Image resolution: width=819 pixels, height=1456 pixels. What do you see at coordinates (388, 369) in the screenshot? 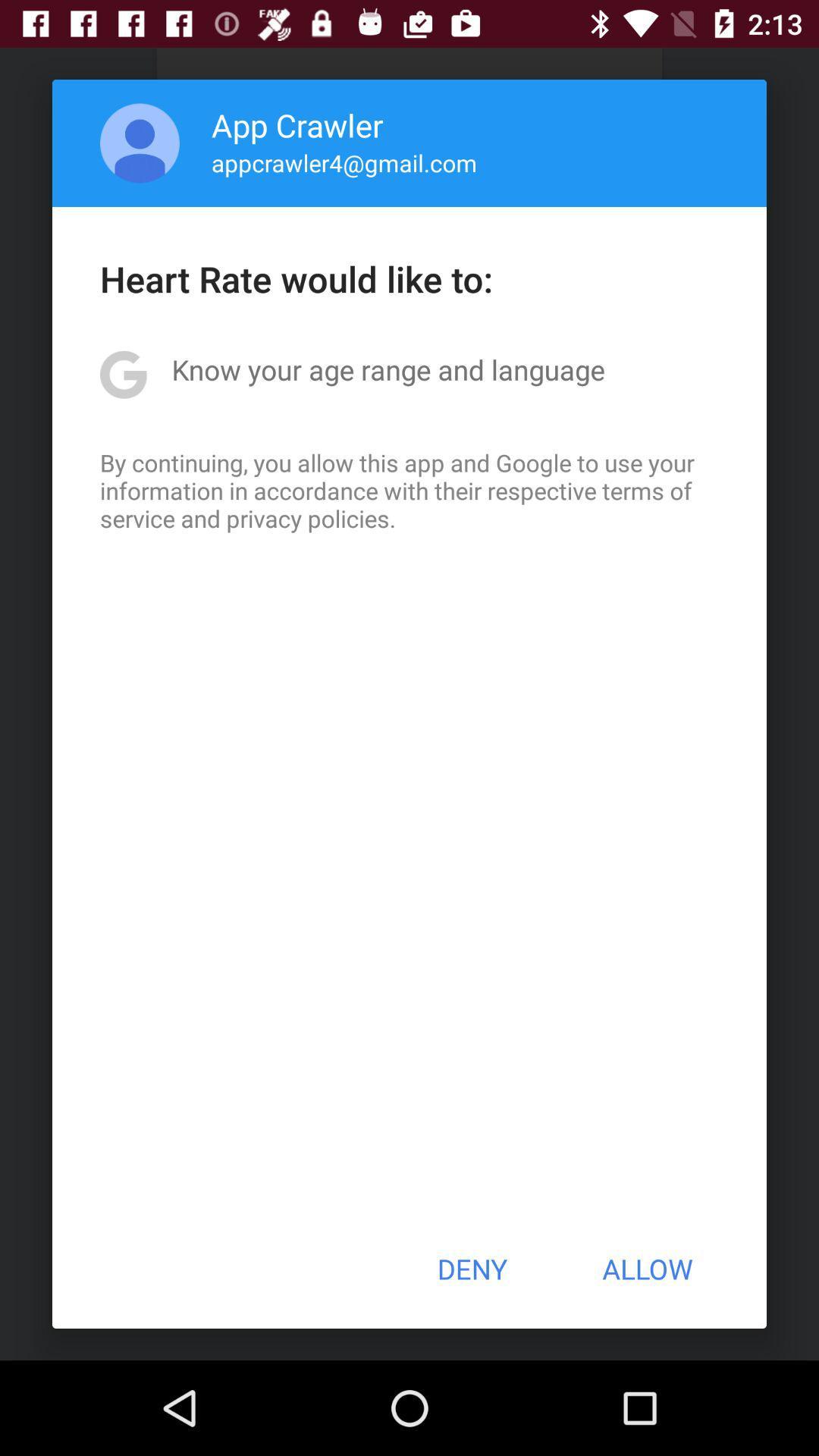
I see `know your age icon` at bounding box center [388, 369].